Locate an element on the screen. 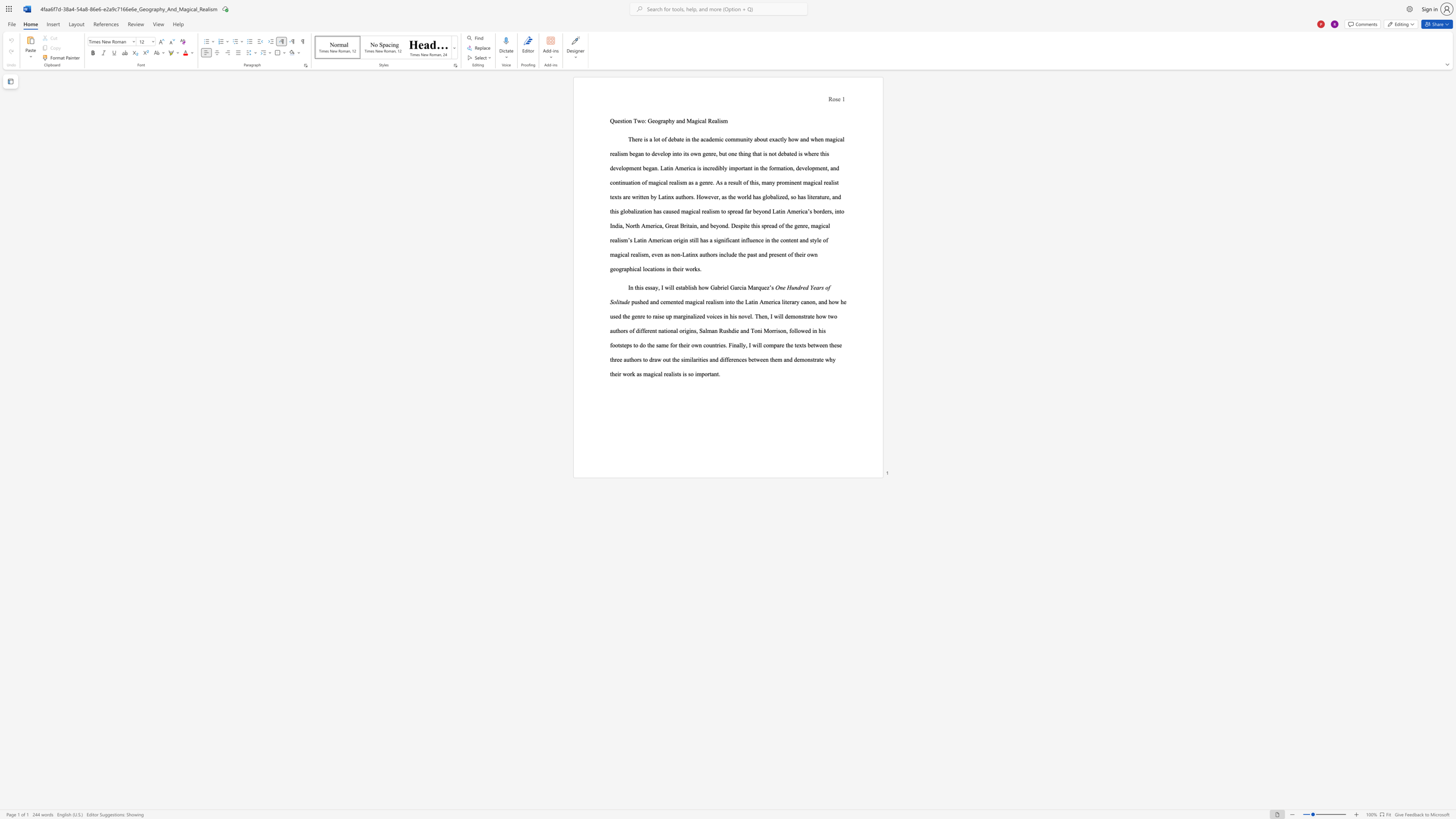  the subset text "arquez’s" within the text "how Gabriel Garcia Marquez’s" is located at coordinates (753, 287).